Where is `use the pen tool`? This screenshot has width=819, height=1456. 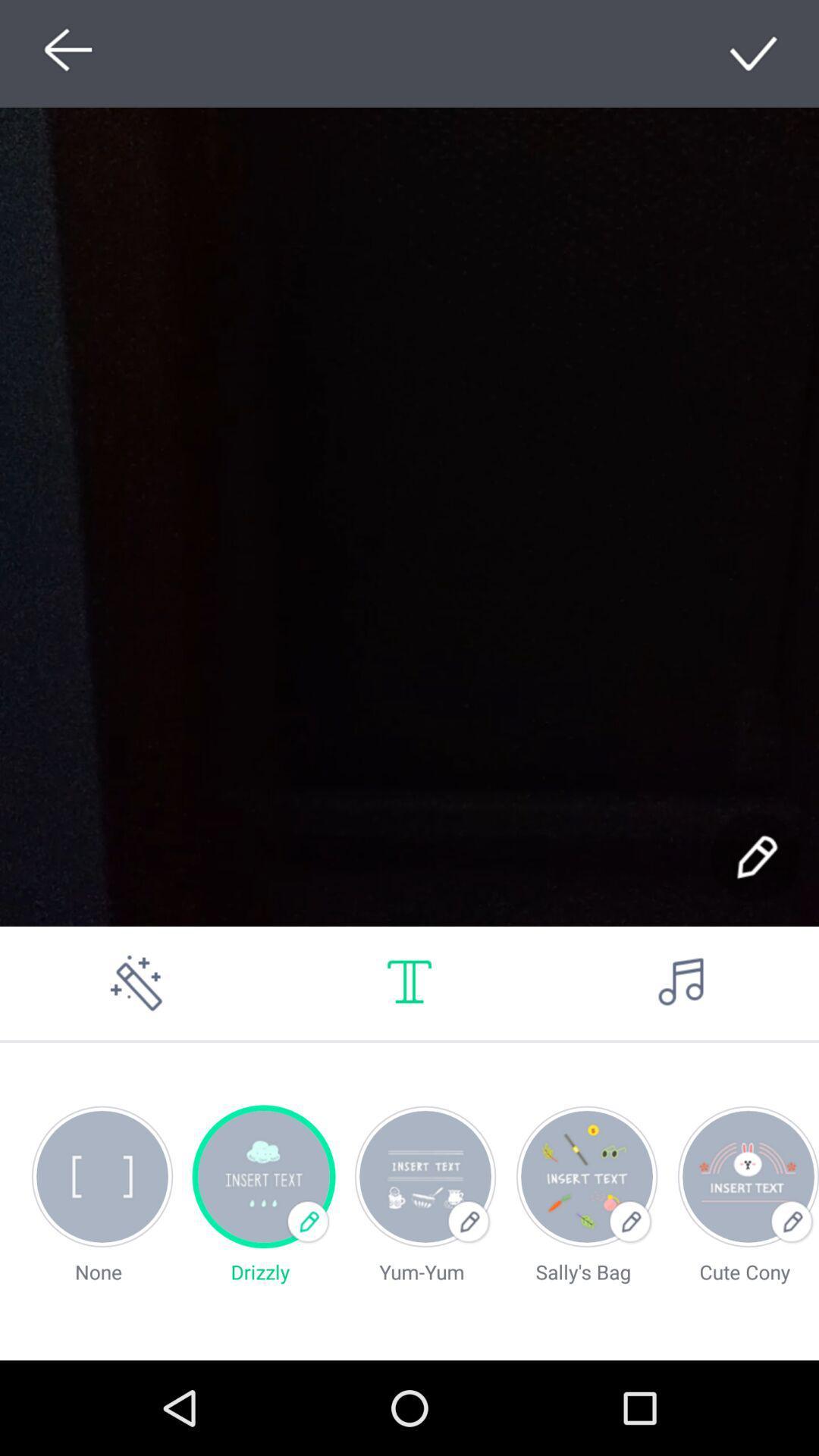 use the pen tool is located at coordinates (755, 858).